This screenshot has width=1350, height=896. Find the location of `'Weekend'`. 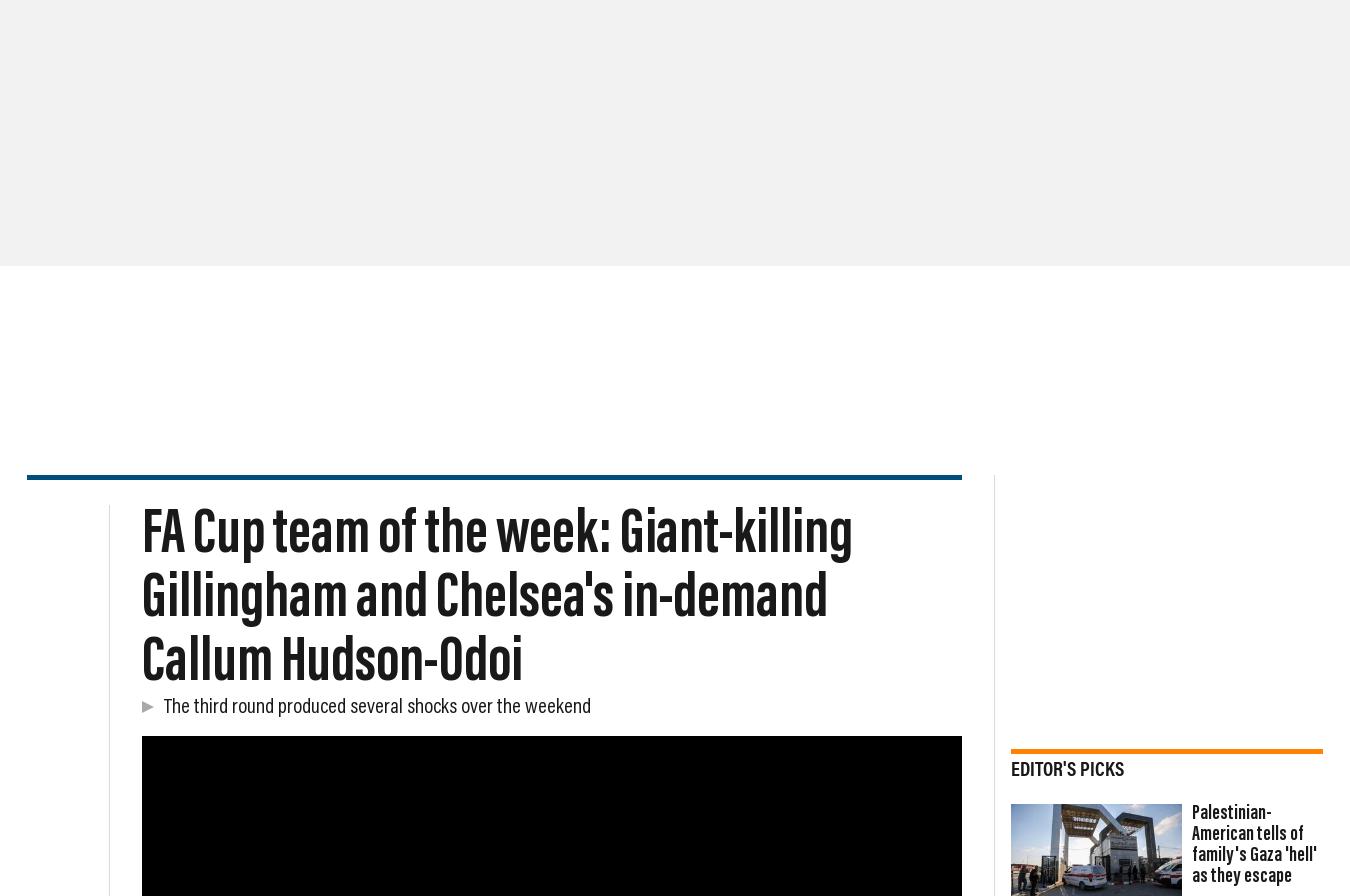

'Weekend' is located at coordinates (142, 149).